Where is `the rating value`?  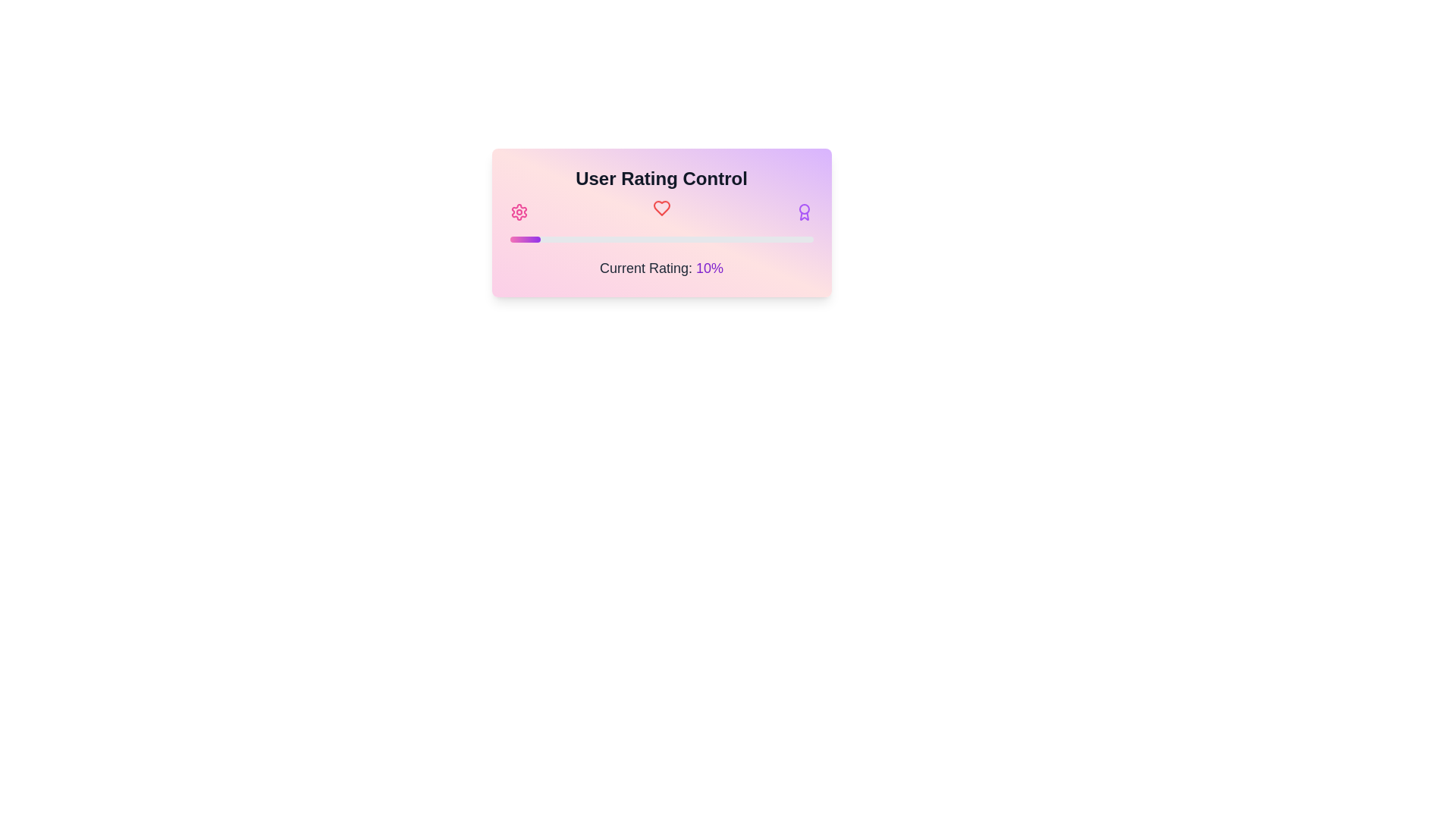
the rating value is located at coordinates (655, 212).